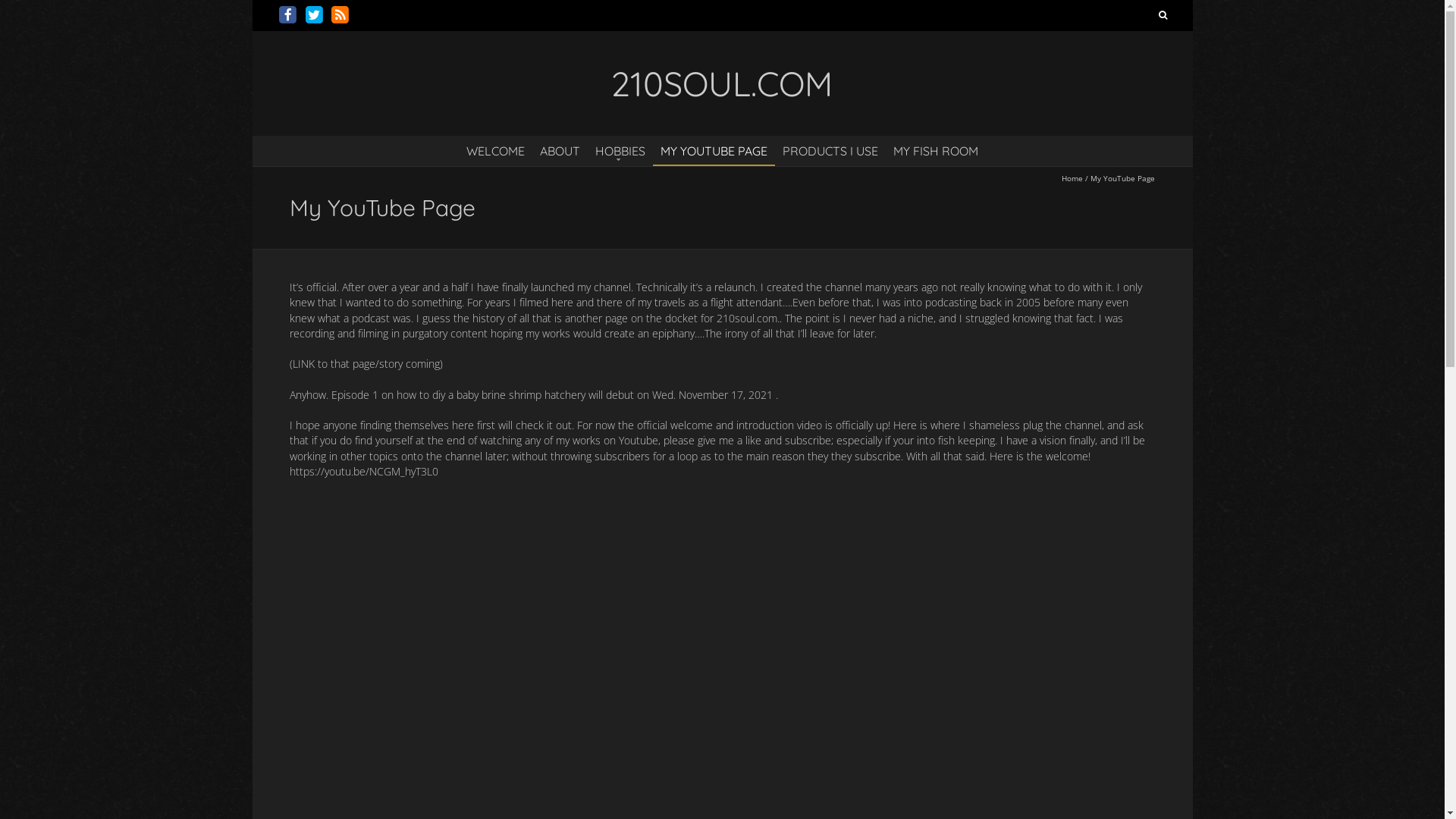 This screenshot has width=1456, height=819. Describe the element at coordinates (1072, 177) in the screenshot. I see `'Home'` at that location.